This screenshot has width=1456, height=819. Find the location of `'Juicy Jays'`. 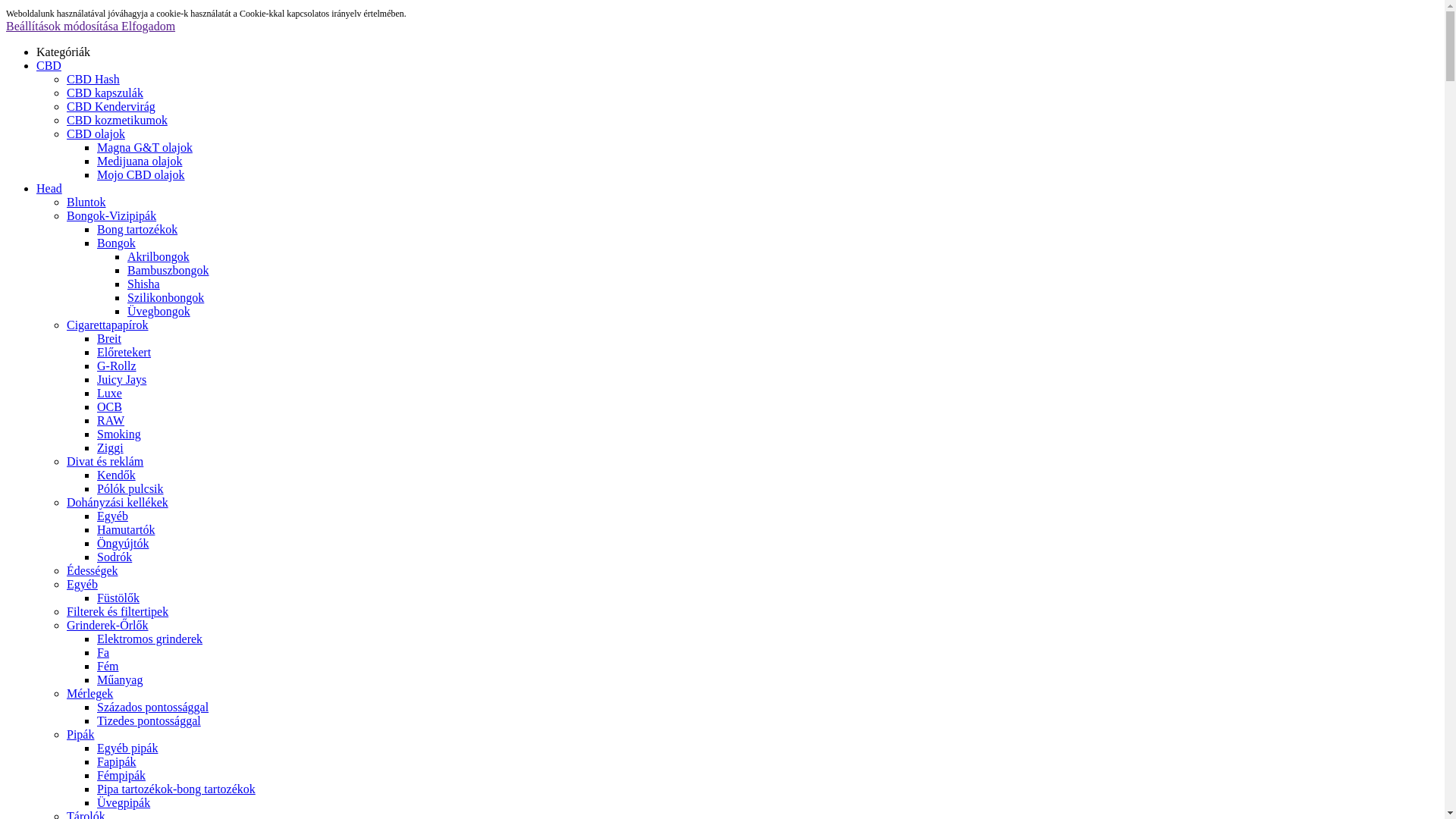

'Juicy Jays' is located at coordinates (121, 378).